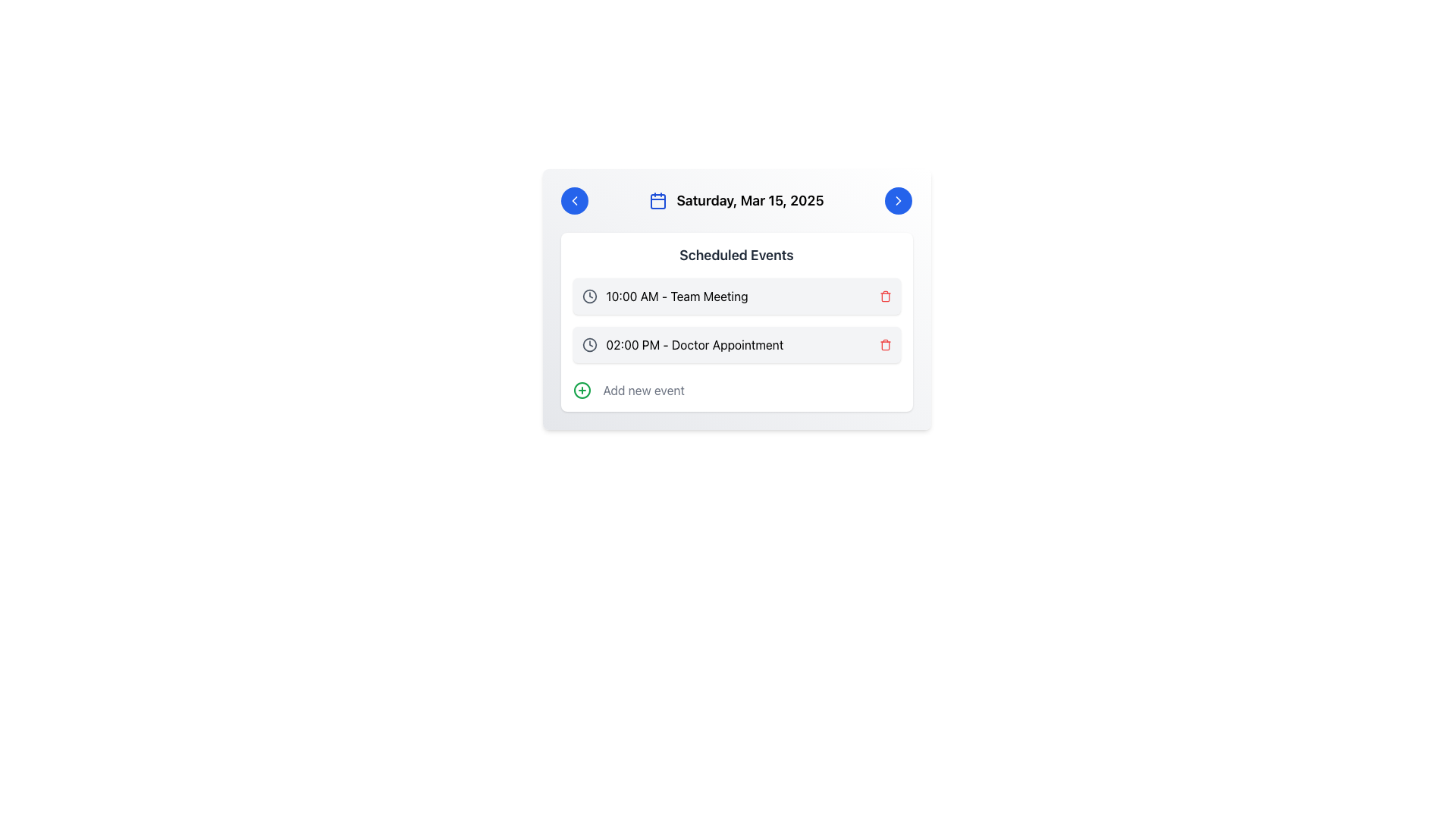 Image resolution: width=1456 pixels, height=819 pixels. I want to click on the circular blue button with a white left-pointing chevron icon, located on the left side of the date header for 'Saturday, Mar 15, 2025', so click(573, 200).